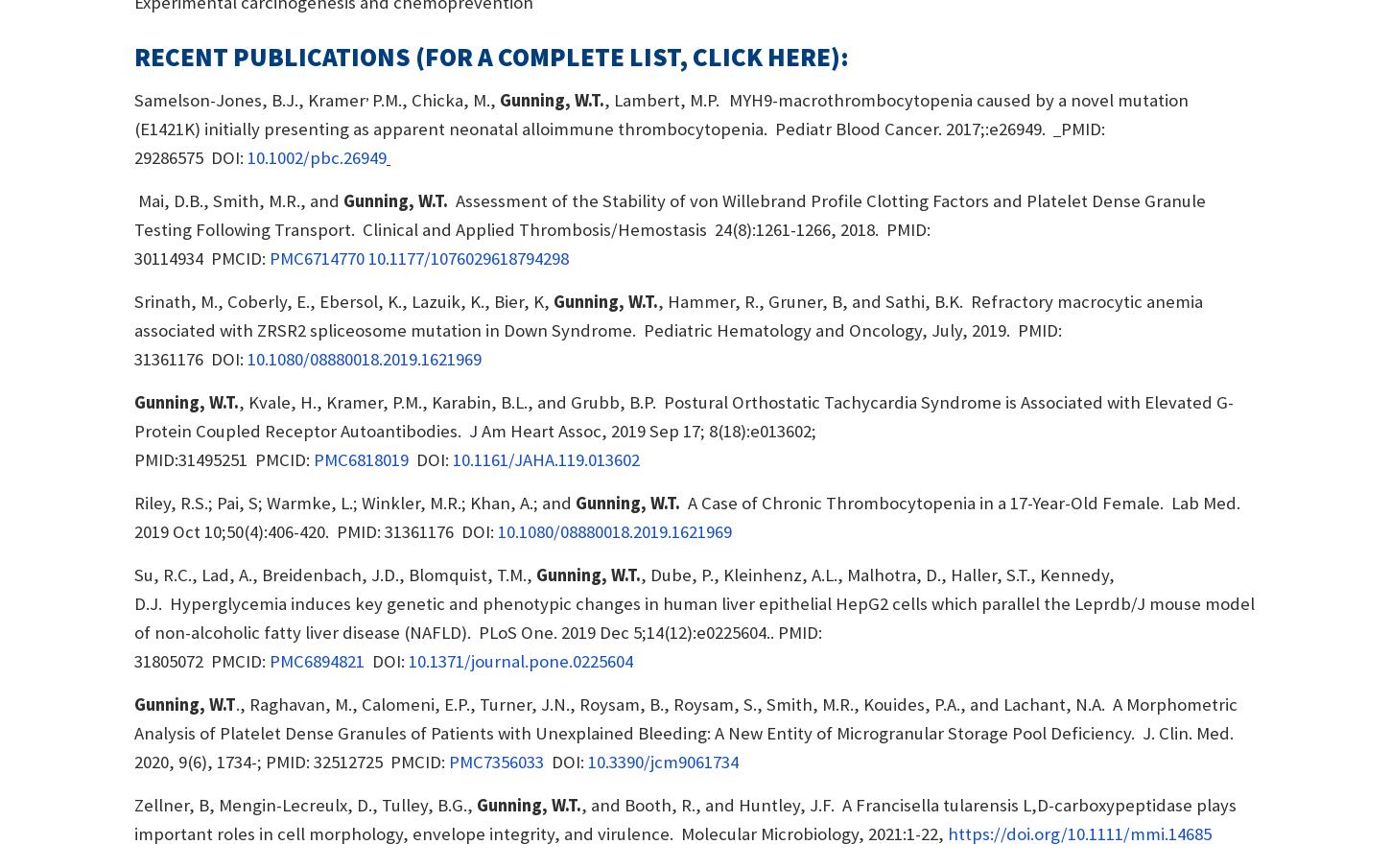  What do you see at coordinates (133, 142) in the screenshot?
I see `'PMID: 29286575  DOI:'` at bounding box center [133, 142].